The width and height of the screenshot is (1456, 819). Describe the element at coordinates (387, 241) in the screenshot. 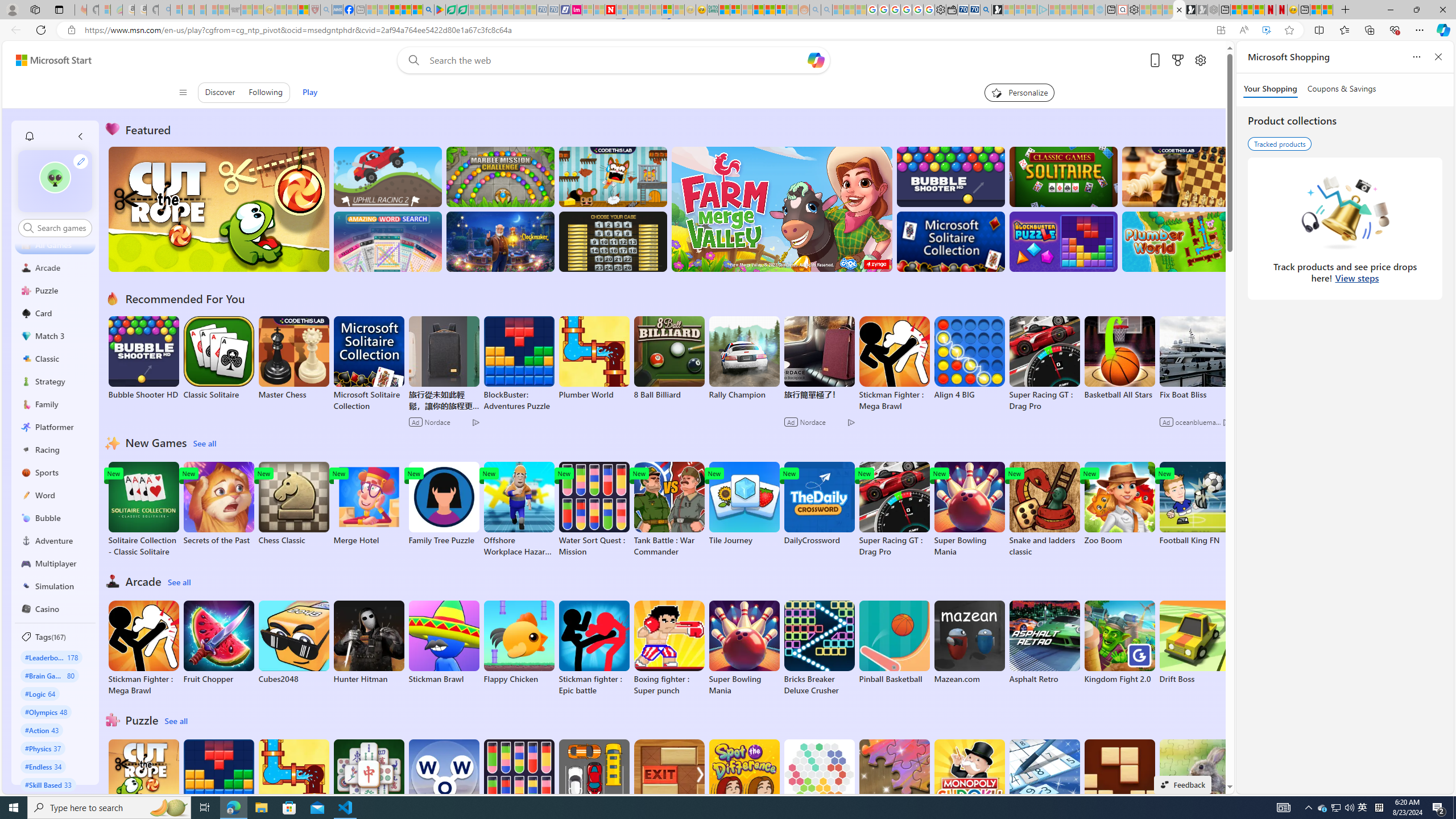

I see `'Amazing Word Search'` at that location.